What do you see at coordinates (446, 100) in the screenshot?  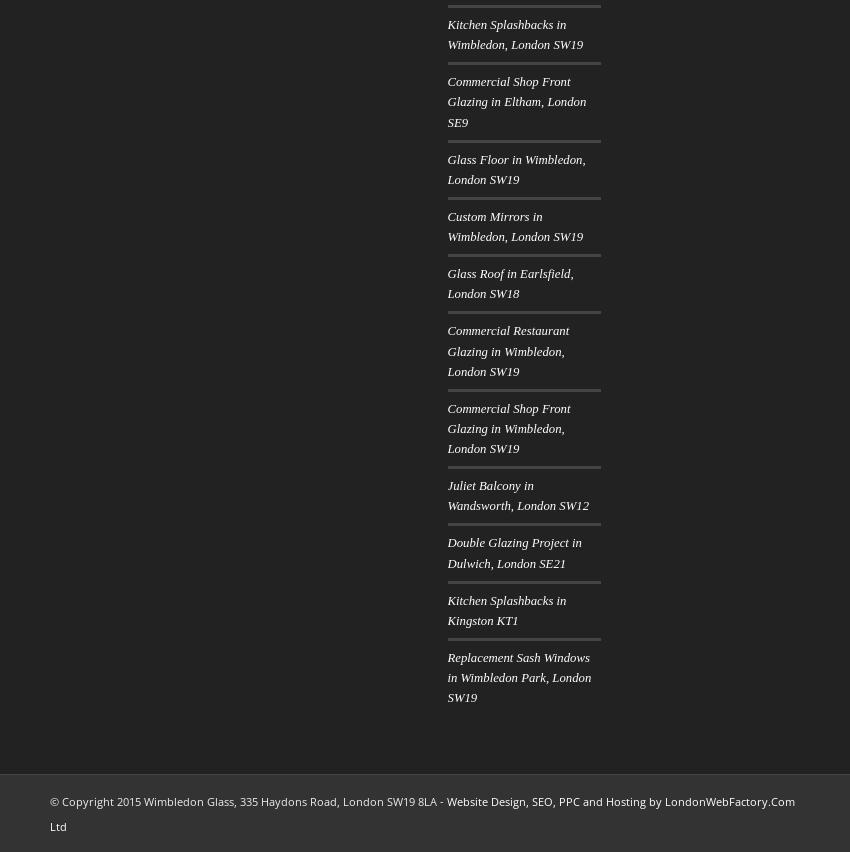 I see `'Commercial Shop Front Glazing in Eltham, London SE9'` at bounding box center [446, 100].